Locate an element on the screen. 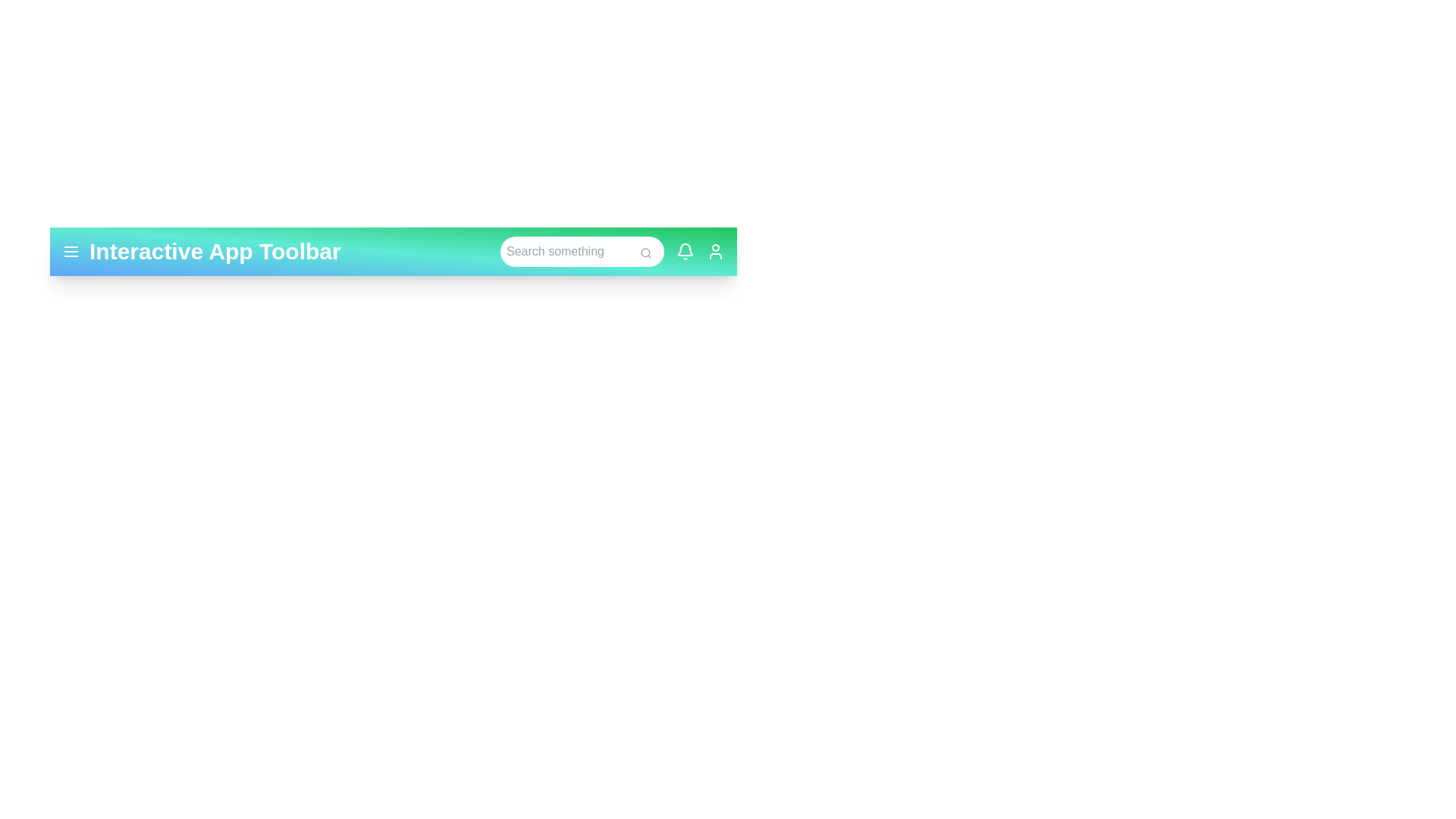 This screenshot has width=1456, height=819. the user icon to access user-related actions is located at coordinates (715, 250).